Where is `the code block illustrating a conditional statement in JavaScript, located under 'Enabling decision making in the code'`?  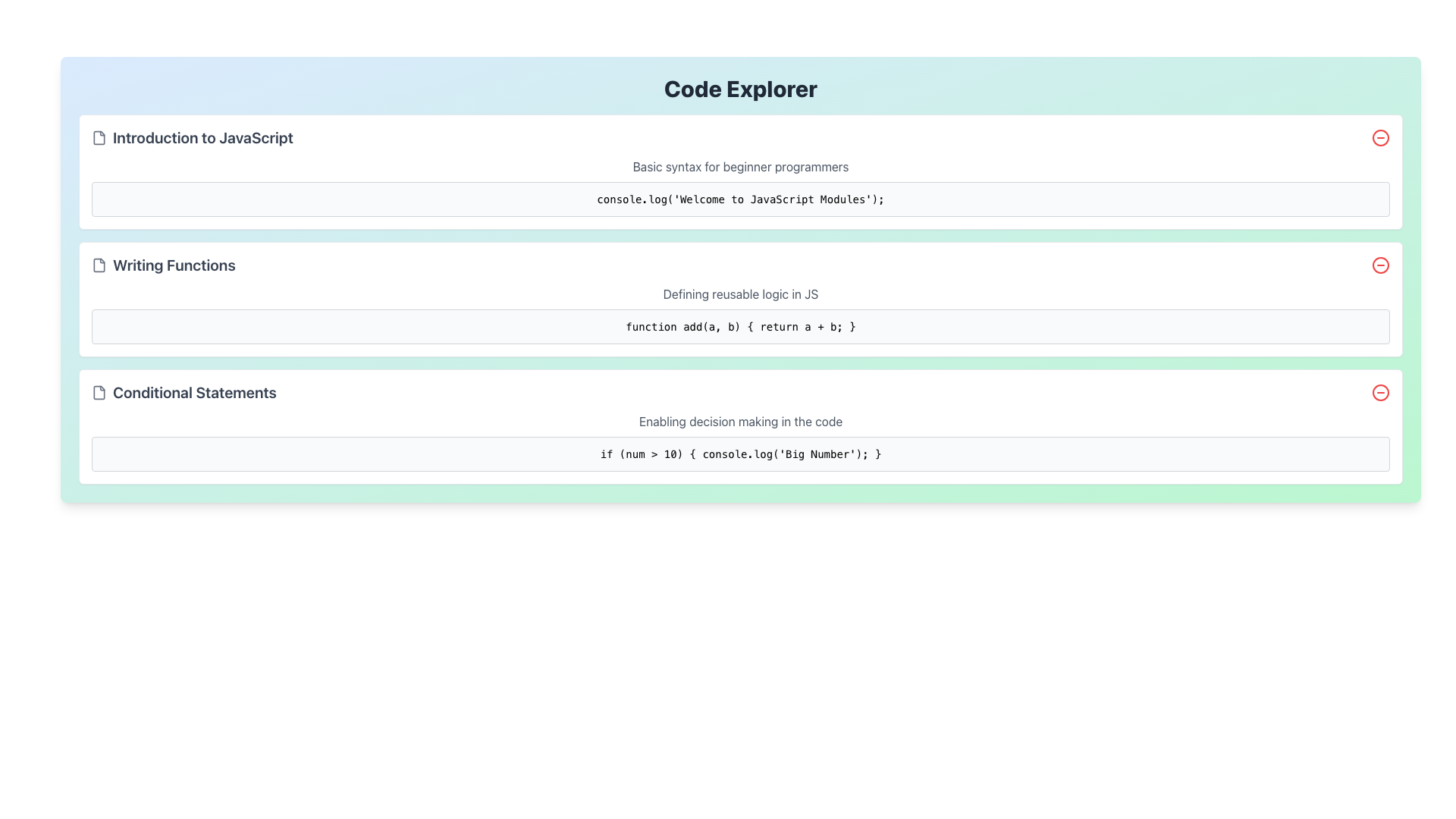
the code block illustrating a conditional statement in JavaScript, located under 'Enabling decision making in the code' is located at coordinates (741, 453).